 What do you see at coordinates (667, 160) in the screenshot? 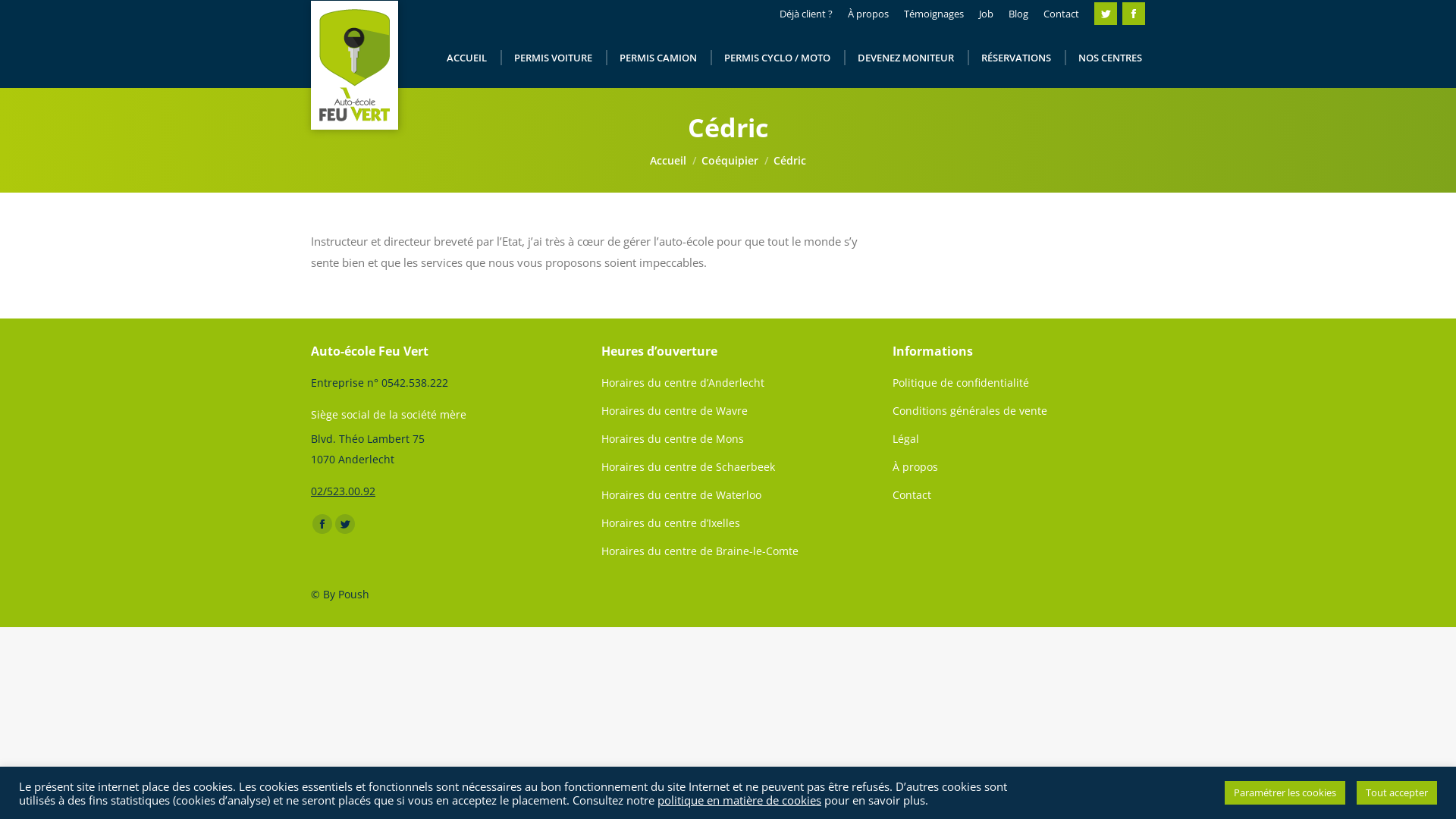
I see `'Accueil'` at bounding box center [667, 160].